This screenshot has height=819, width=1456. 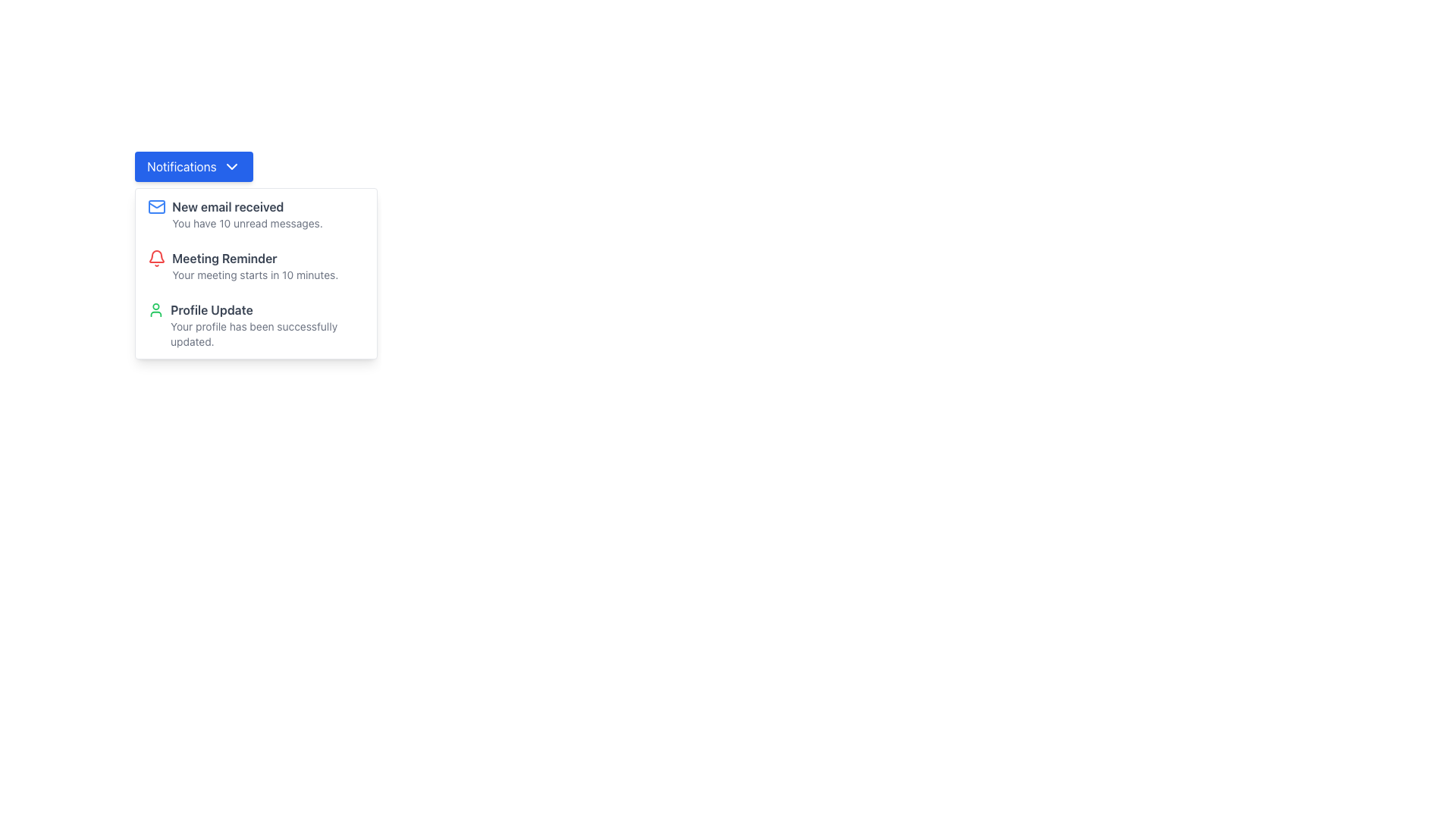 I want to click on information presented in the text label that notifies the user about newly received emails and the count of unread messages, so click(x=247, y=214).